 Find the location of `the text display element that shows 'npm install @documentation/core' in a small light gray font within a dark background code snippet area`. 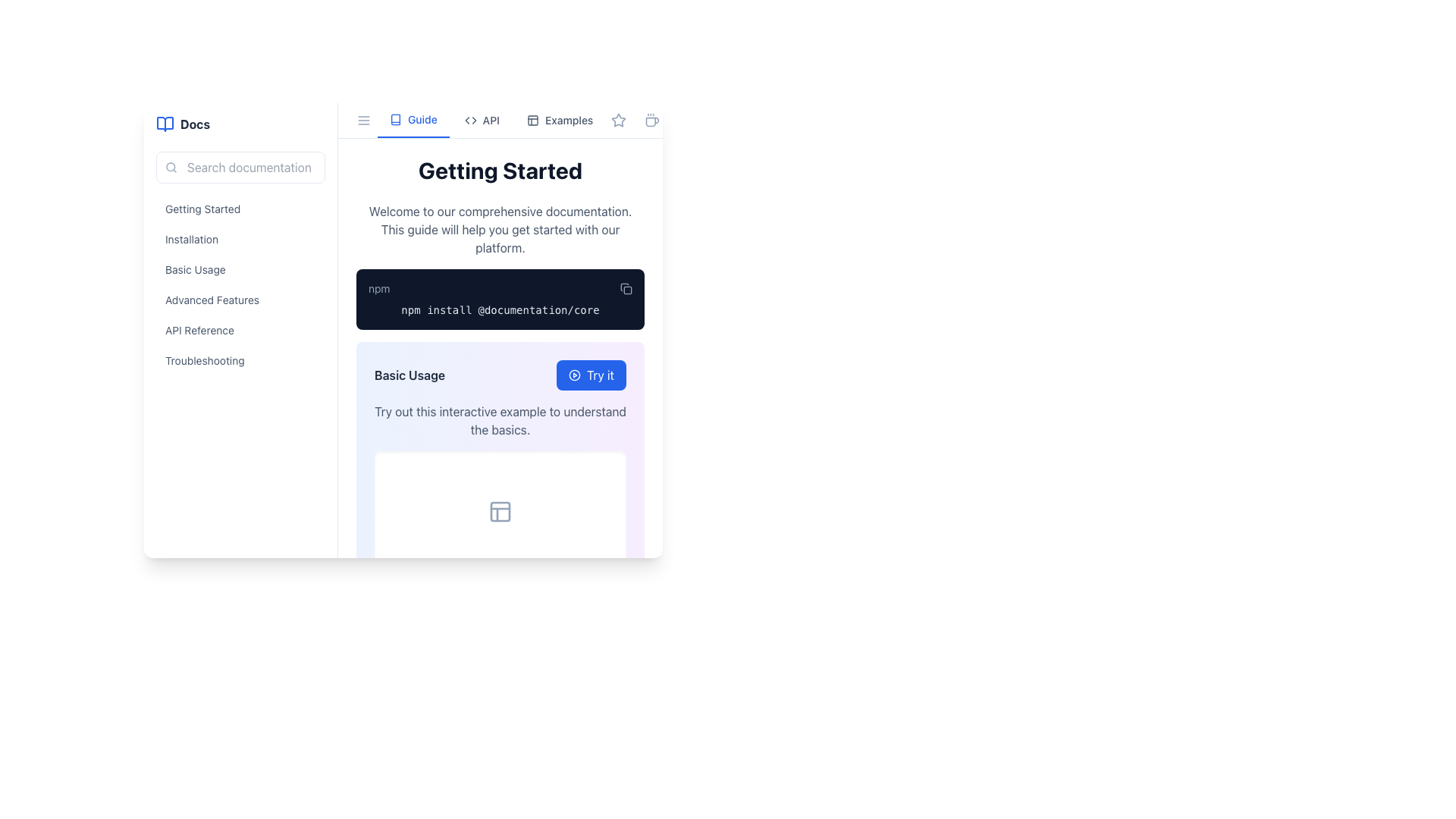

the text display element that shows 'npm install @documentation/core' in a small light gray font within a dark background code snippet area is located at coordinates (500, 309).